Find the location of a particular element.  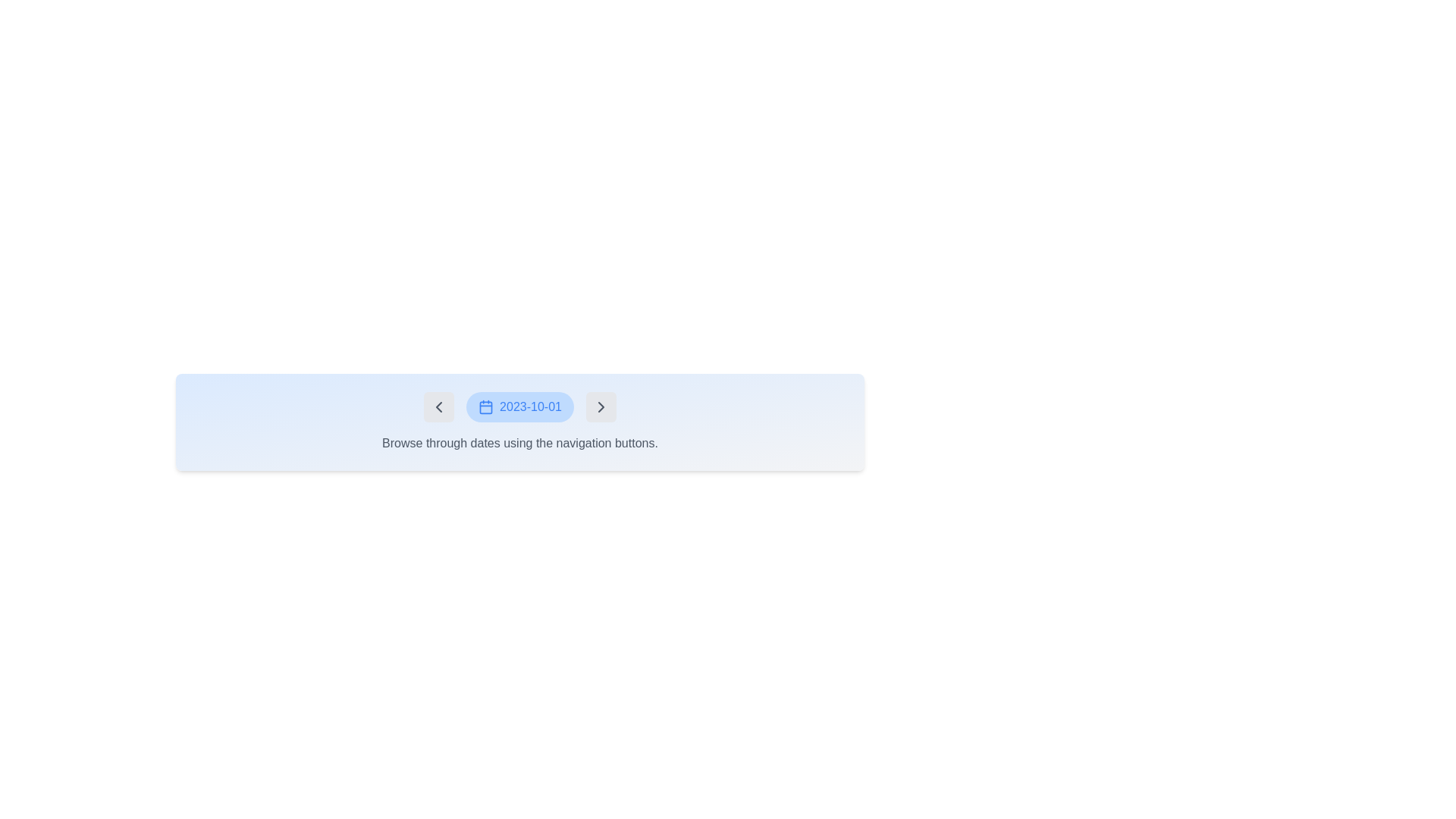

the right arrow button to navigate to a future date is located at coordinates (600, 406).